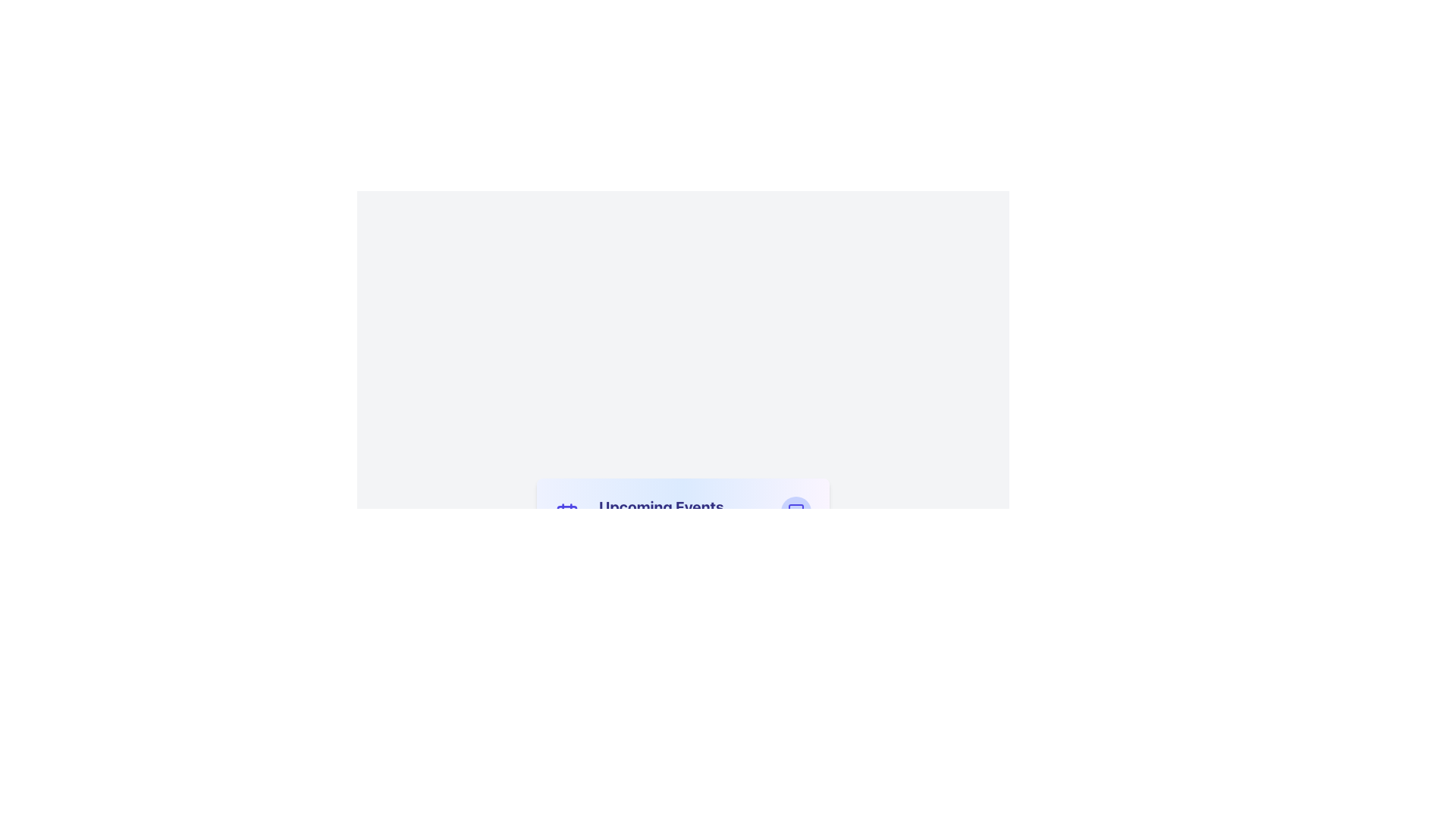  What do you see at coordinates (661, 513) in the screenshot?
I see `Section Header titled 'Upcoming Events' which displays a subtitle 'Track your events effectively' in a purple color scheme` at bounding box center [661, 513].